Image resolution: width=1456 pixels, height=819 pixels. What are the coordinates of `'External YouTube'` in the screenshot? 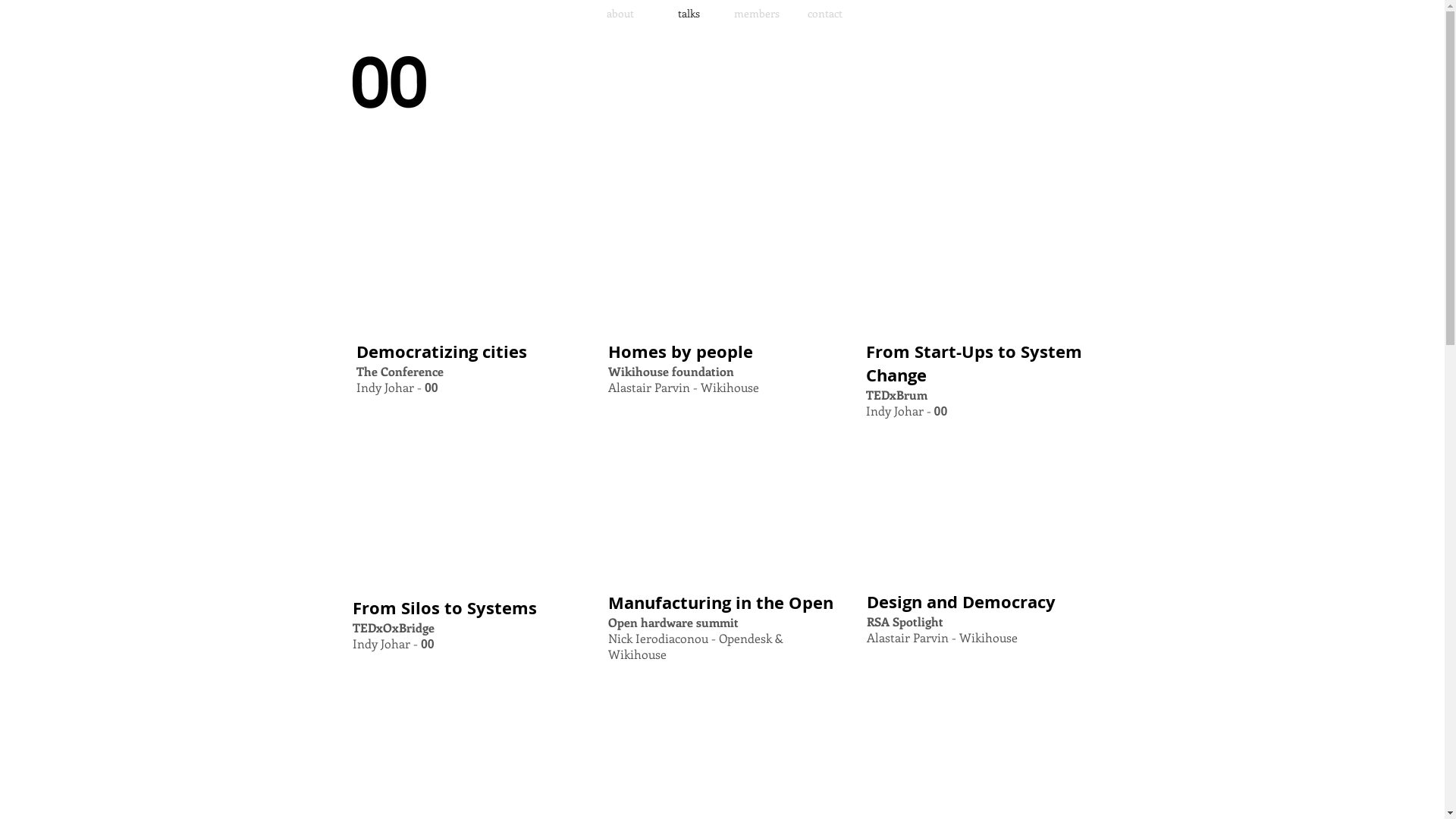 It's located at (464, 253).